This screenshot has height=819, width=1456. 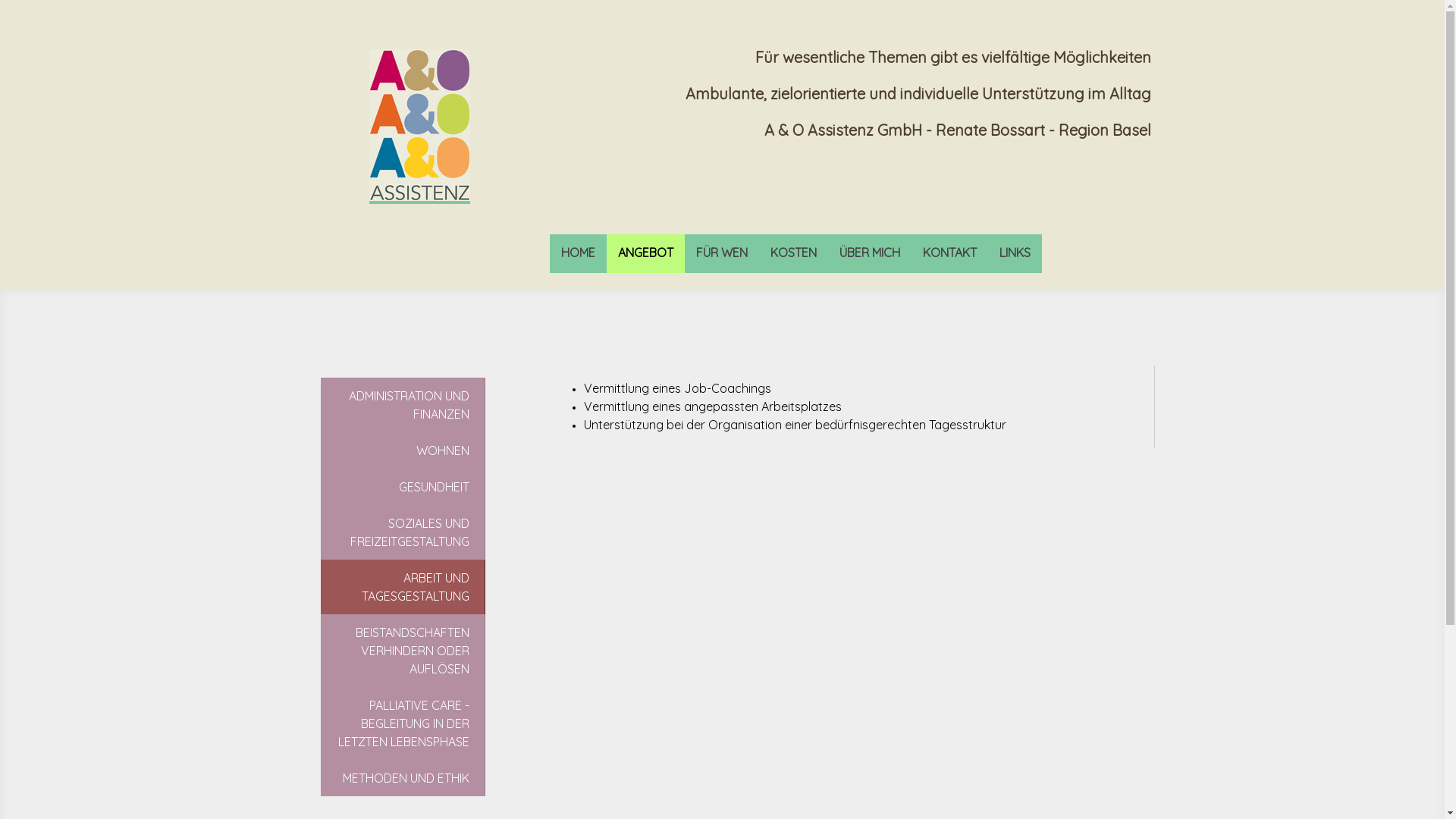 I want to click on 'ANGEBOT', so click(x=645, y=253).